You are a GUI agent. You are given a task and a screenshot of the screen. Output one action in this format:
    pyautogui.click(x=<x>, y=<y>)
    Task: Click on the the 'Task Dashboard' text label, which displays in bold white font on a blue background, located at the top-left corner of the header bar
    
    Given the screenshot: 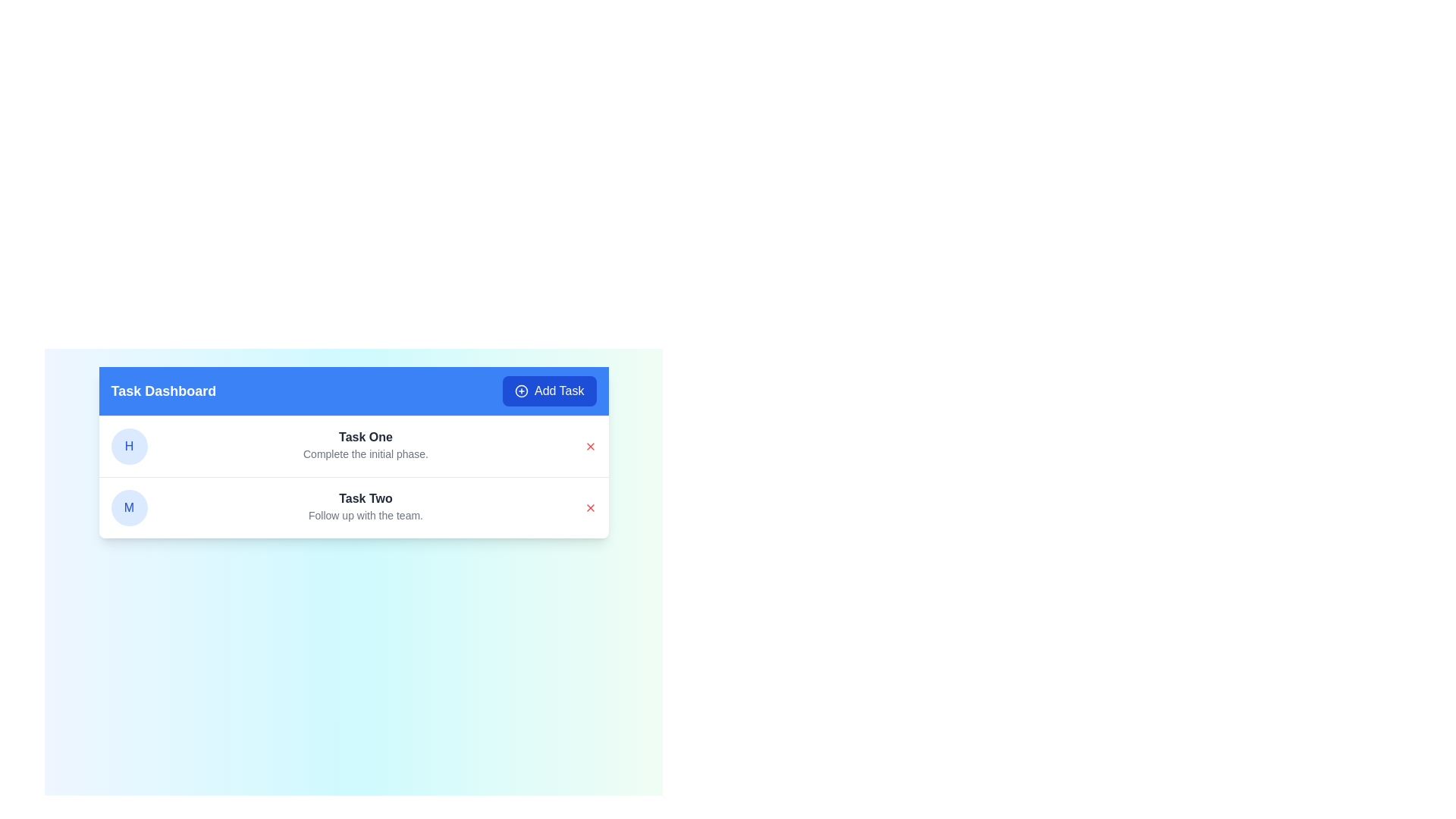 What is the action you would take?
    pyautogui.click(x=163, y=391)
    